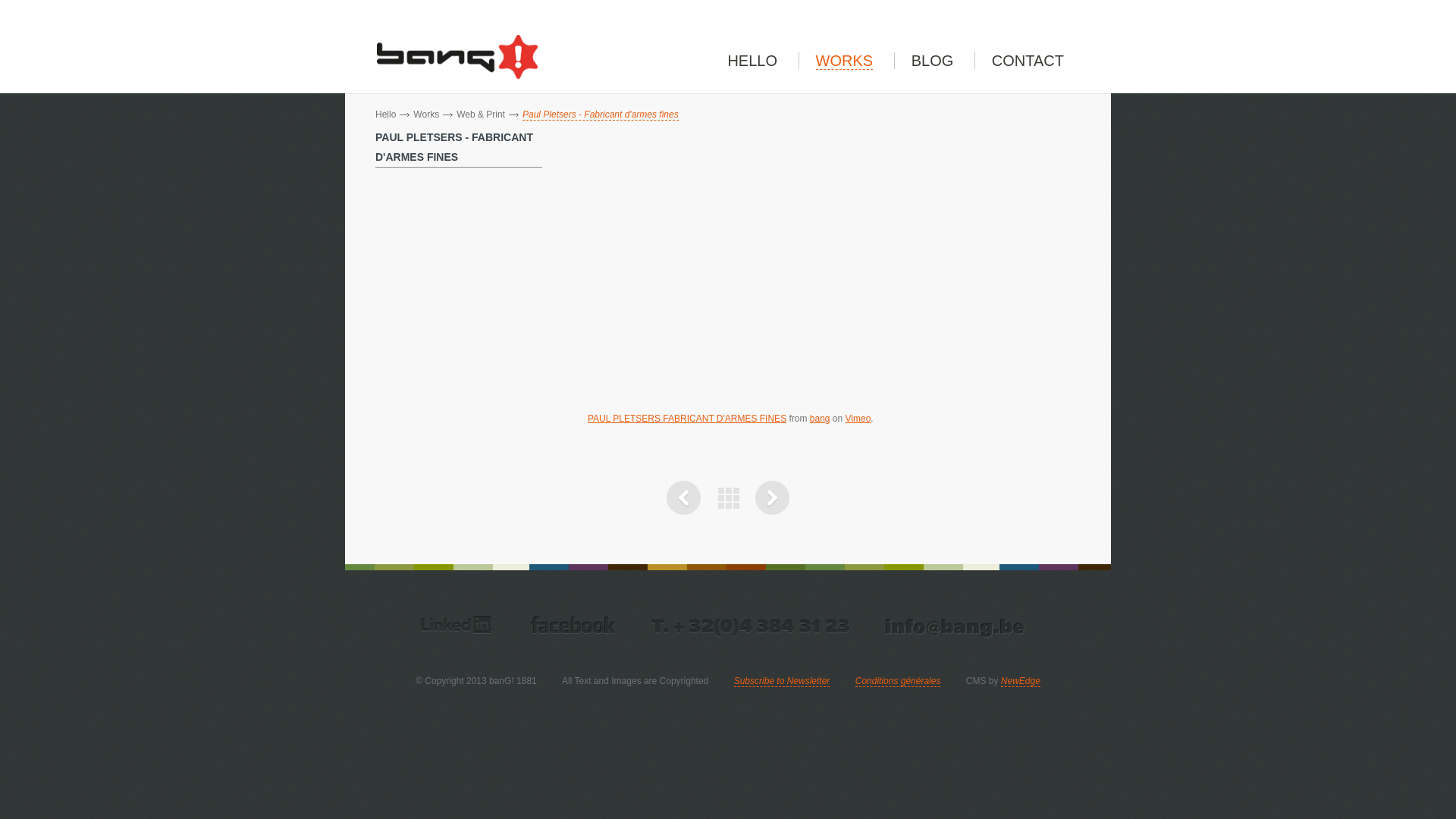 This screenshot has height=819, width=1456. I want to click on 'Hello', so click(385, 113).